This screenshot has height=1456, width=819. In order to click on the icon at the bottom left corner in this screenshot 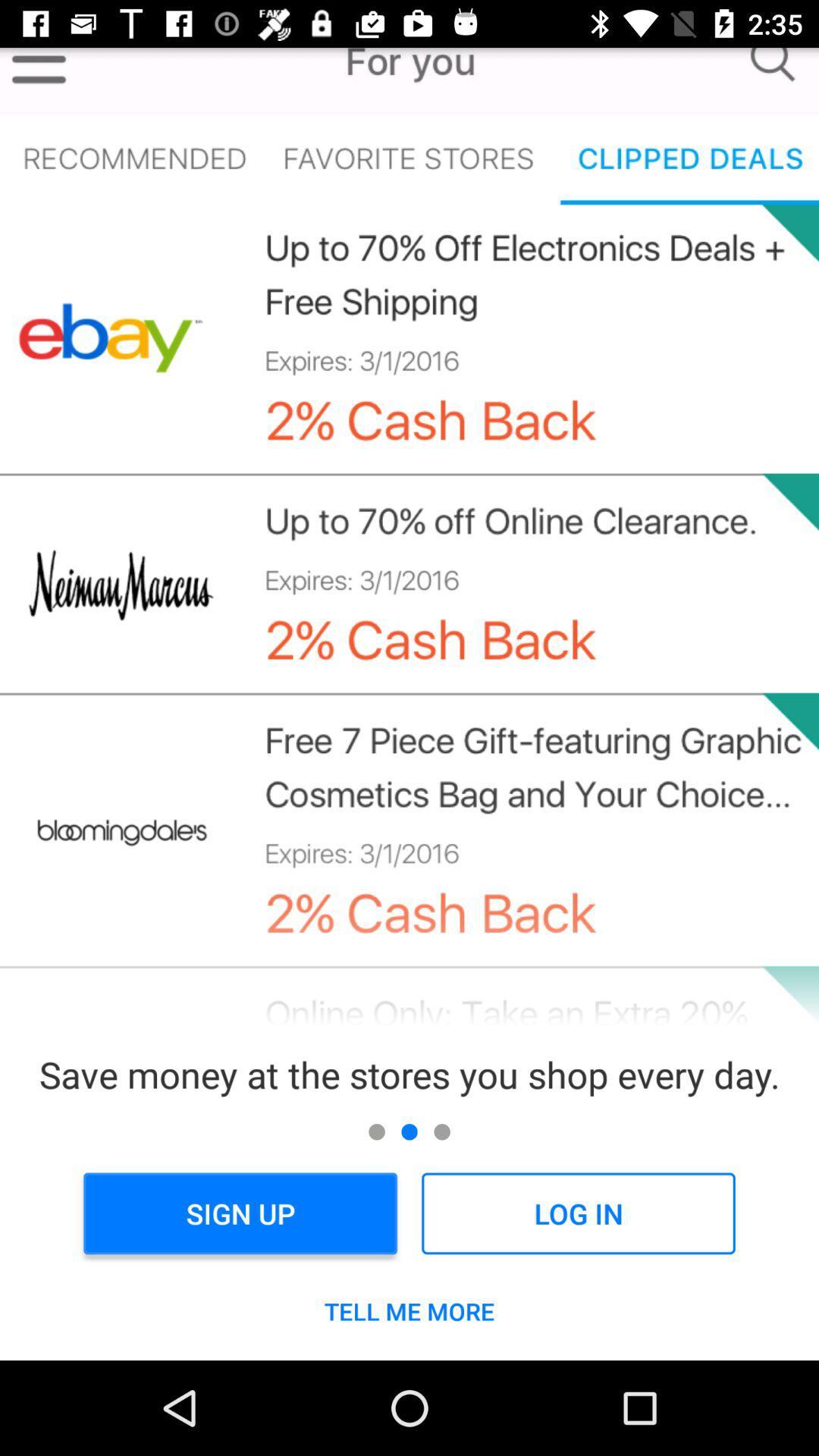, I will do `click(240, 1213)`.